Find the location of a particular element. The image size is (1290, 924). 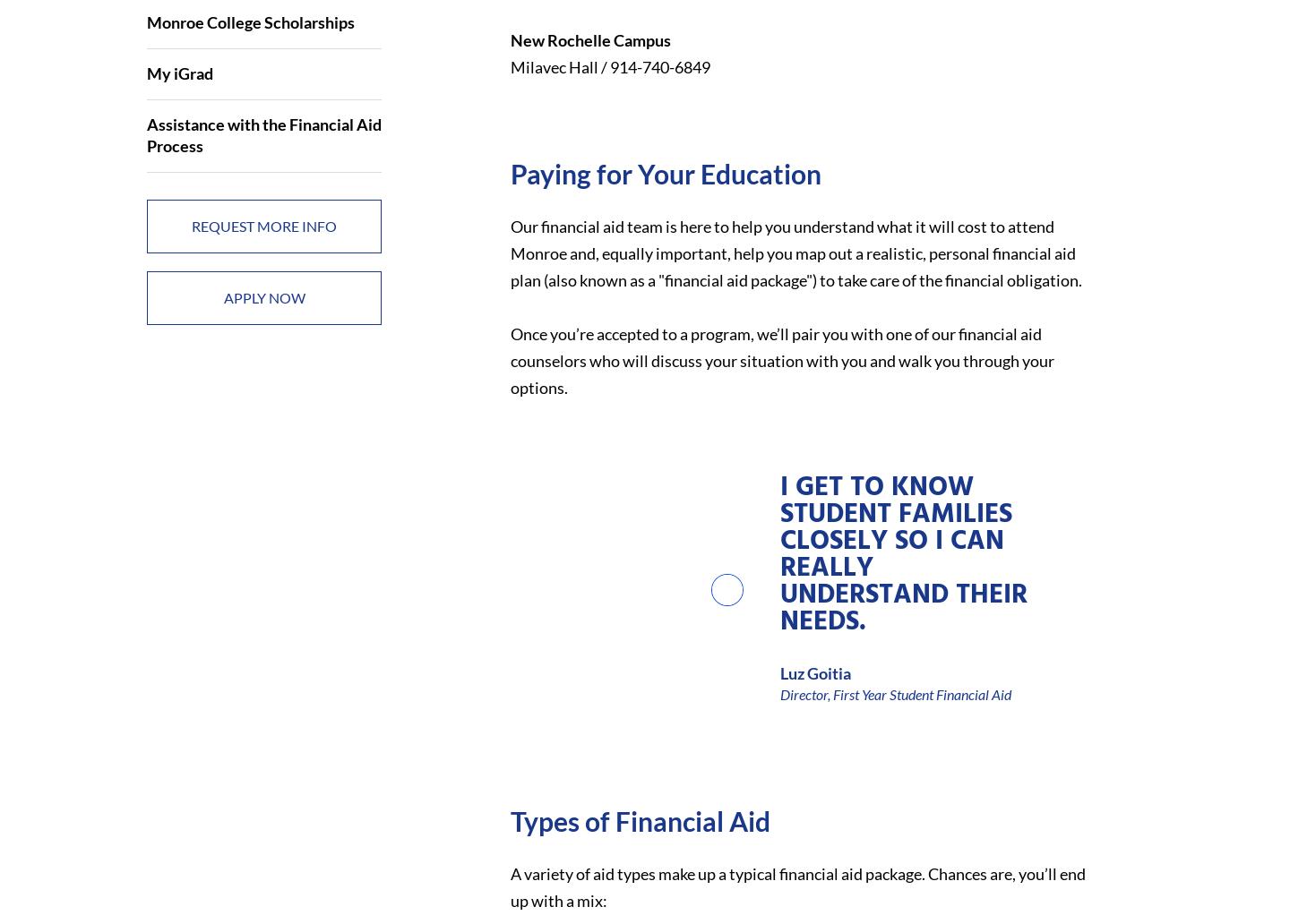

'Milavec Hall / 914-740-6849' is located at coordinates (609, 65).